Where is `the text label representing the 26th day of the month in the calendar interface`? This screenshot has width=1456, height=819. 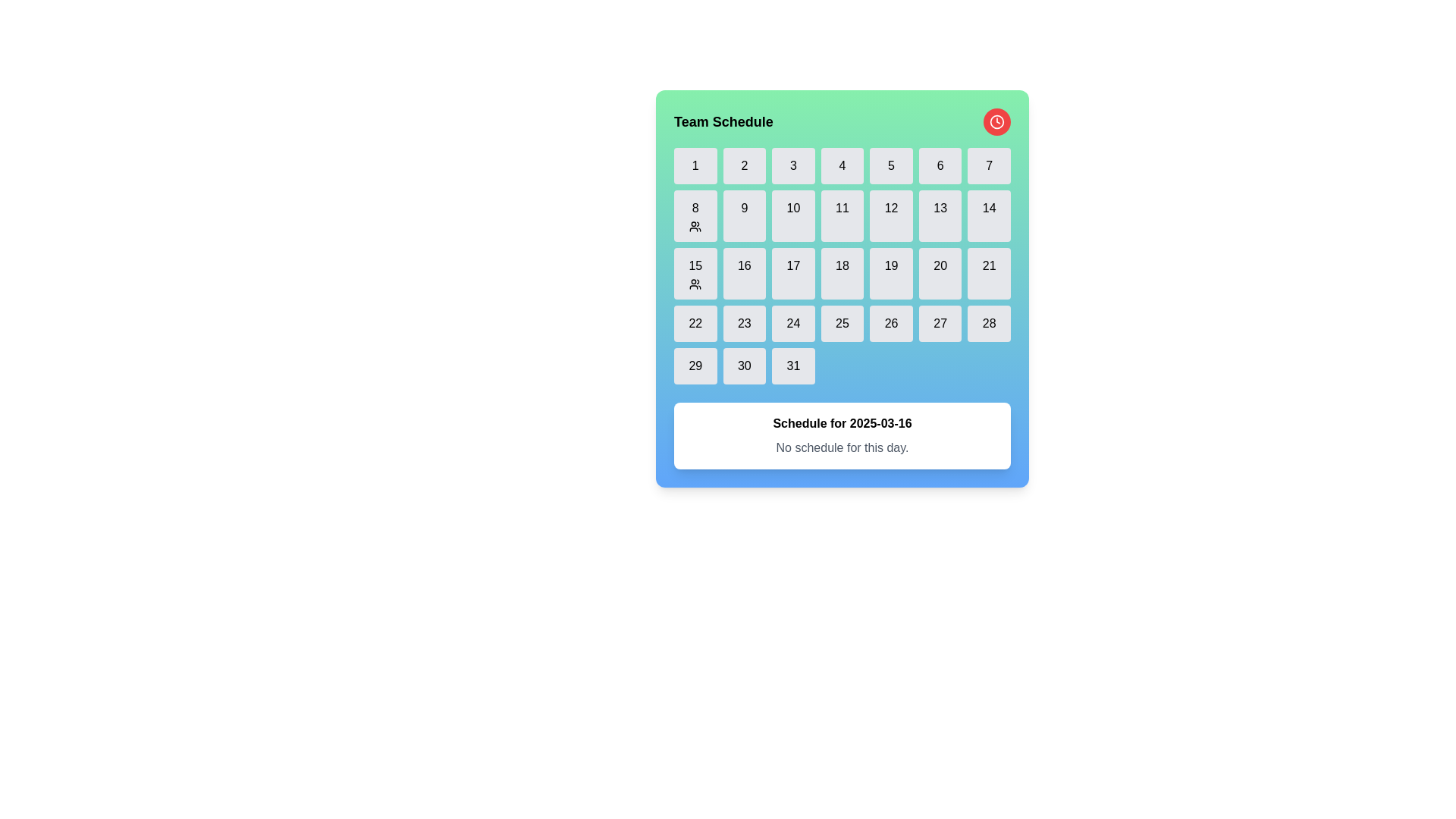 the text label representing the 26th day of the month in the calendar interface is located at coordinates (891, 323).